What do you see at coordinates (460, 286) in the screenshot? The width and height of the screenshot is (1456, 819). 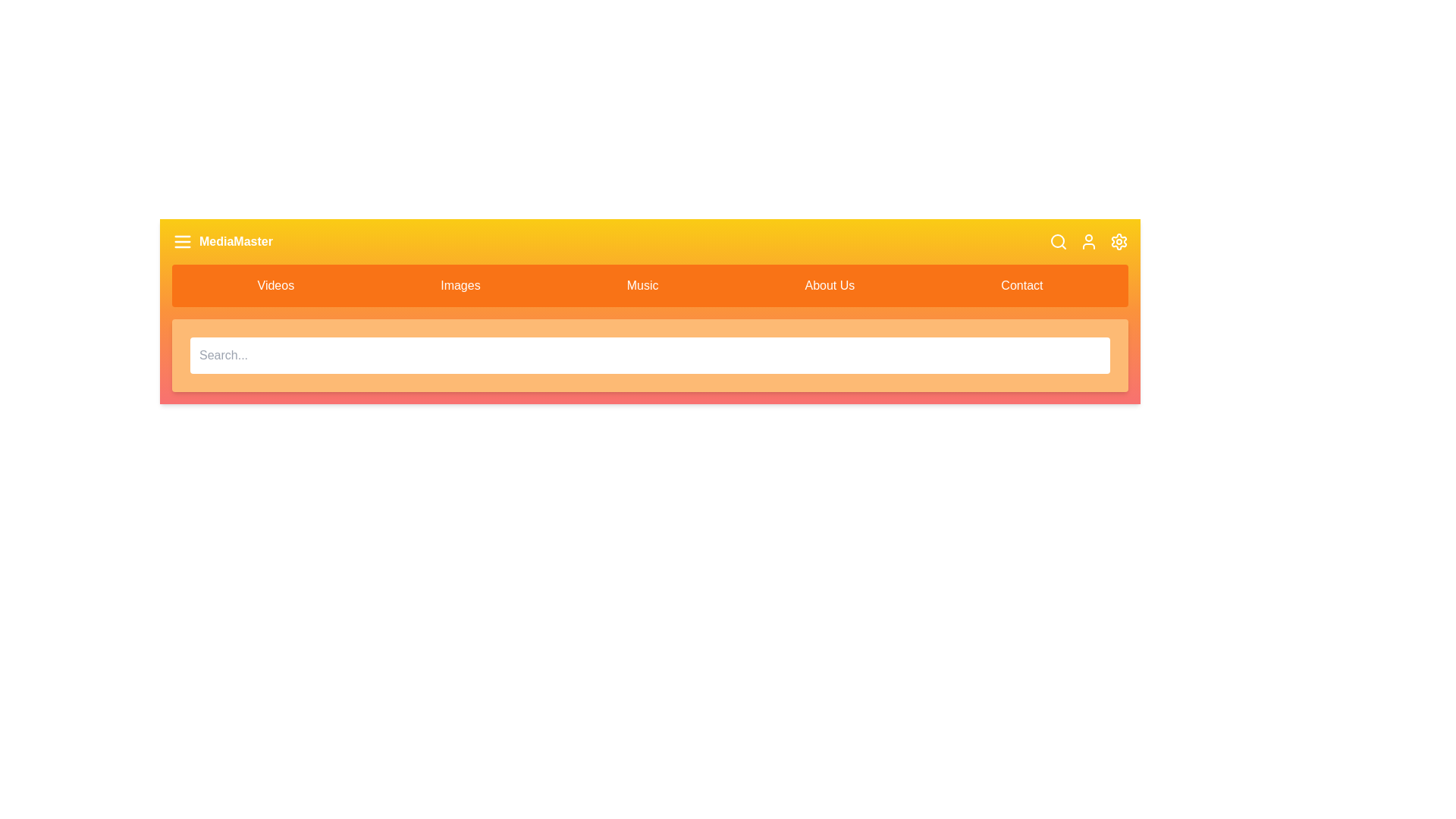 I see `the navigation item Images to navigate` at bounding box center [460, 286].